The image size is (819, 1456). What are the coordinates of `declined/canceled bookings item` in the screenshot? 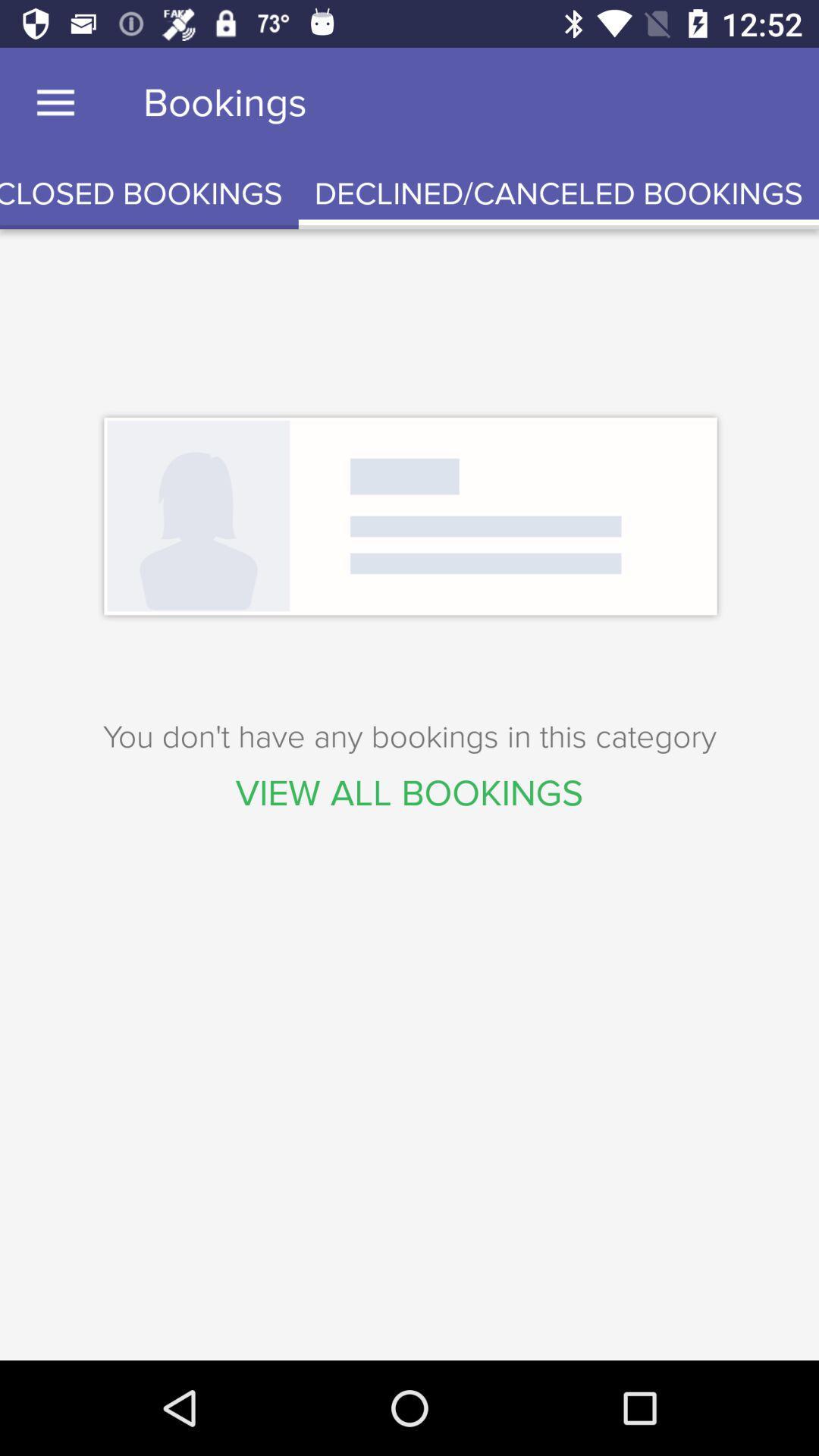 It's located at (558, 193).